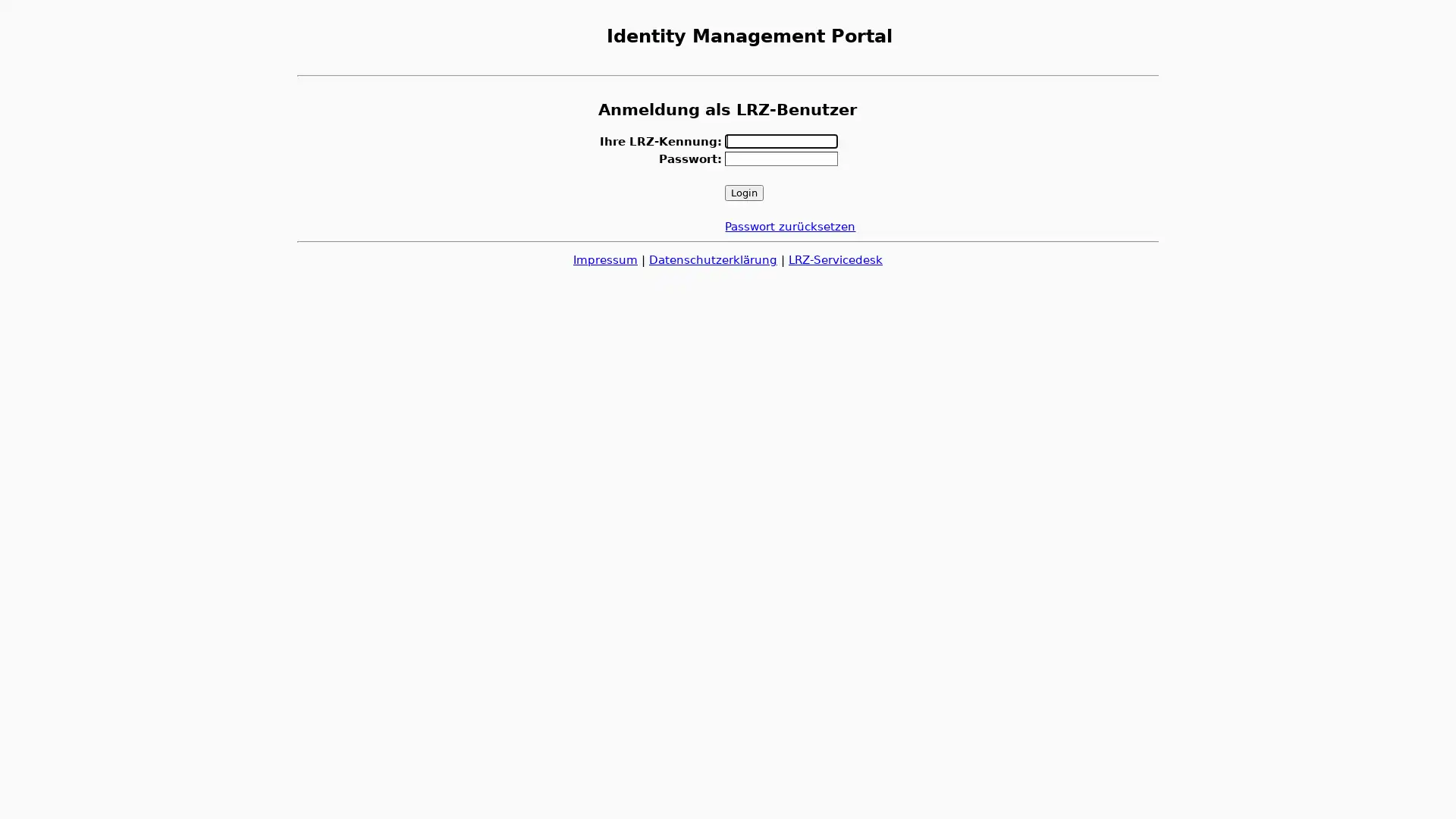 Image resolution: width=1456 pixels, height=819 pixels. I want to click on Login, so click(744, 201).